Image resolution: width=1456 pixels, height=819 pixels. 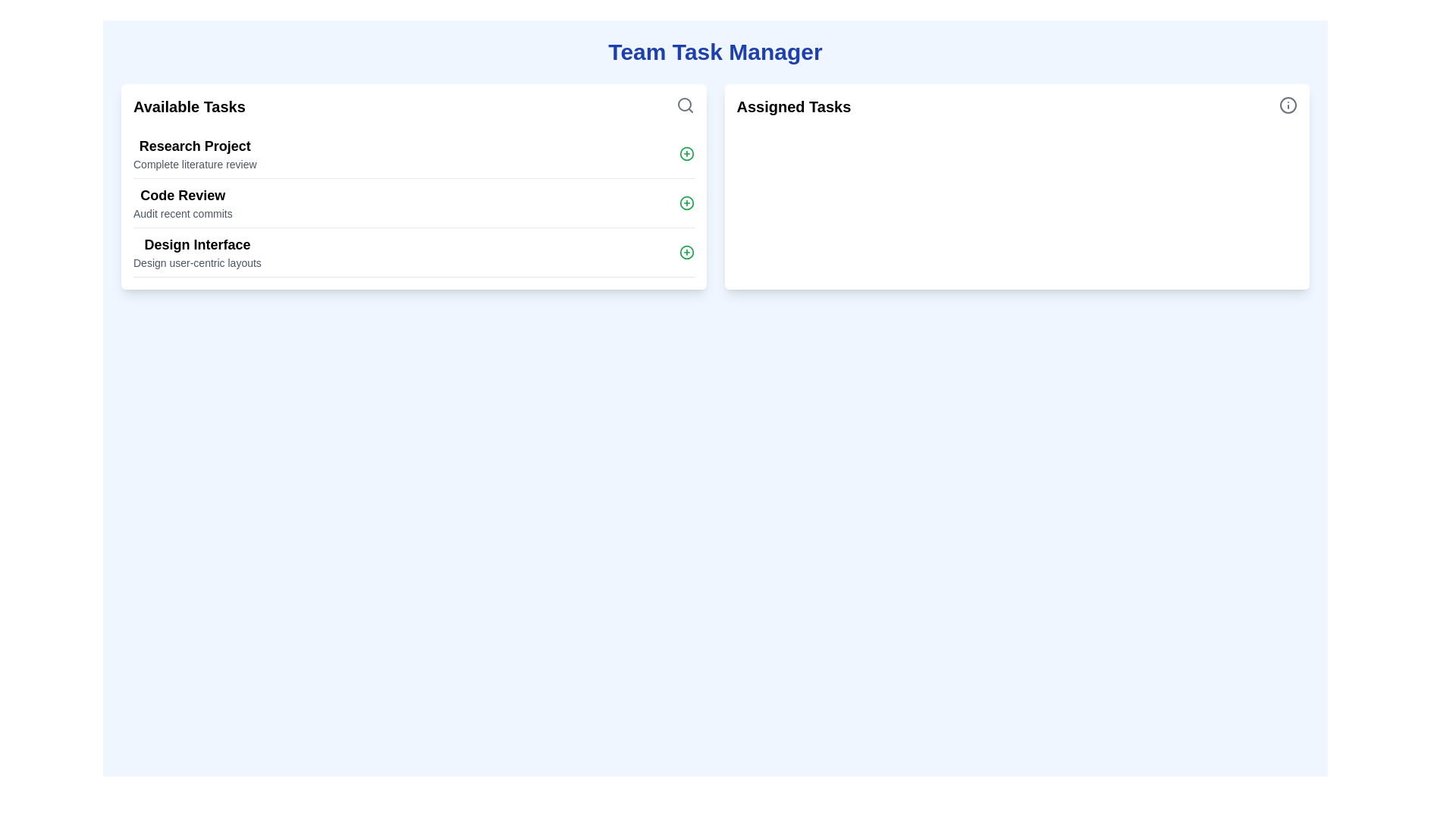 I want to click on the information icon located to the right of the 'Assigned Tasks' text in the top-right corner of the card, so click(x=1288, y=104).